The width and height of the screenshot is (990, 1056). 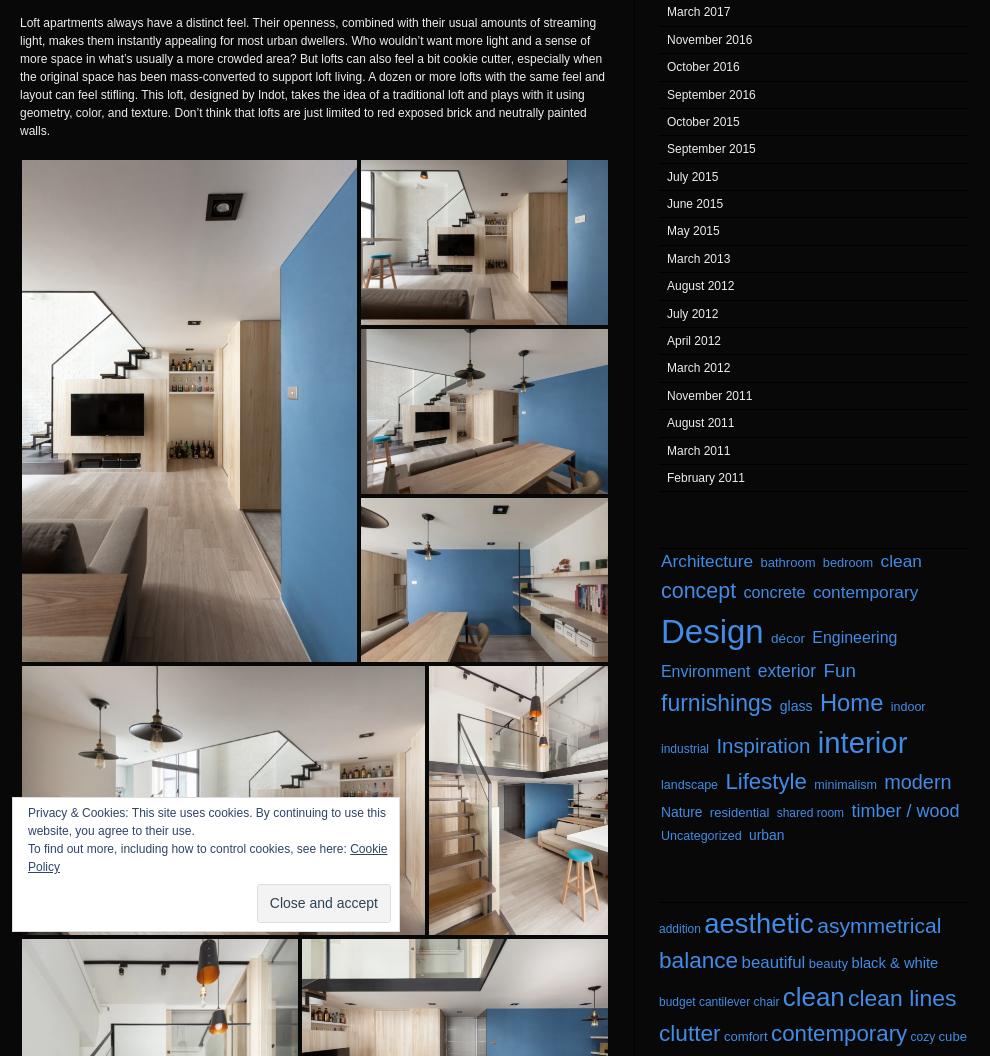 I want to click on 'décor', so click(x=788, y=637).